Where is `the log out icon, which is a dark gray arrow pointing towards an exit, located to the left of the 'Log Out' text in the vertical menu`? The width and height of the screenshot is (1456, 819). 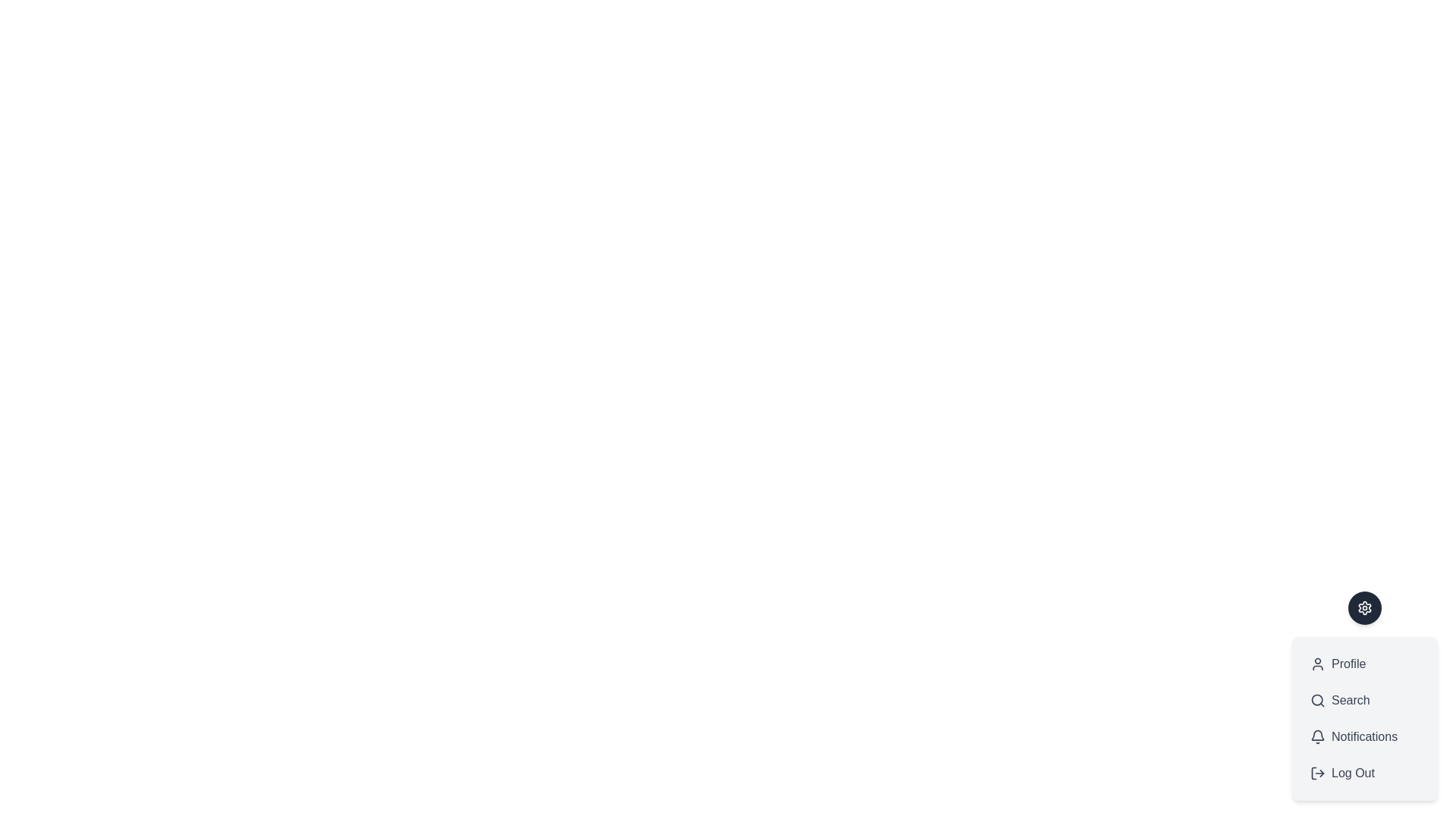
the log out icon, which is a dark gray arrow pointing towards an exit, located to the left of the 'Log Out' text in the vertical menu is located at coordinates (1316, 773).